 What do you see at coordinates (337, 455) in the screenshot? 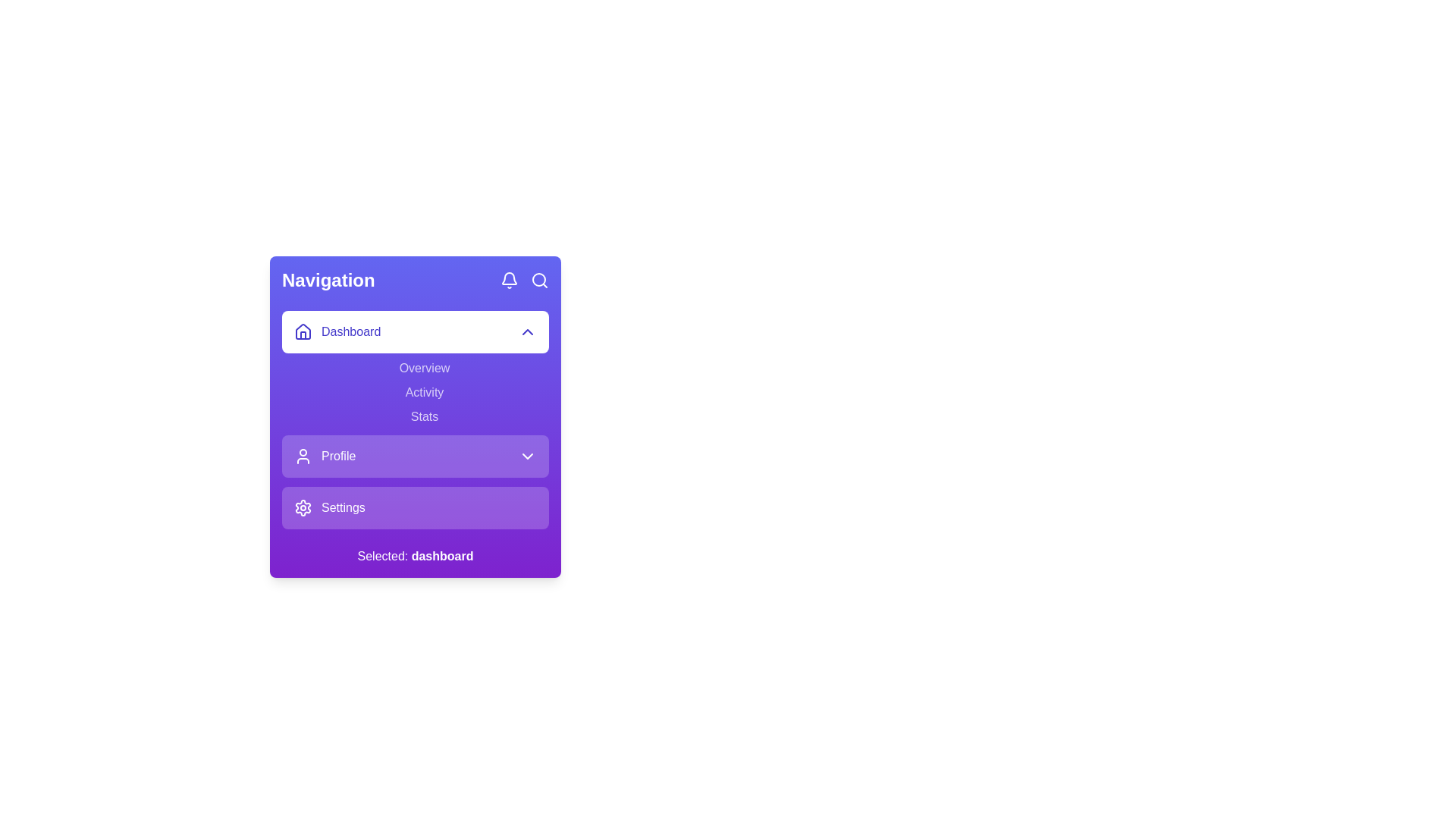
I see `the 'Profile' text label, which is bolded and positioned next to a user icon in the vertical navigation menu` at bounding box center [337, 455].